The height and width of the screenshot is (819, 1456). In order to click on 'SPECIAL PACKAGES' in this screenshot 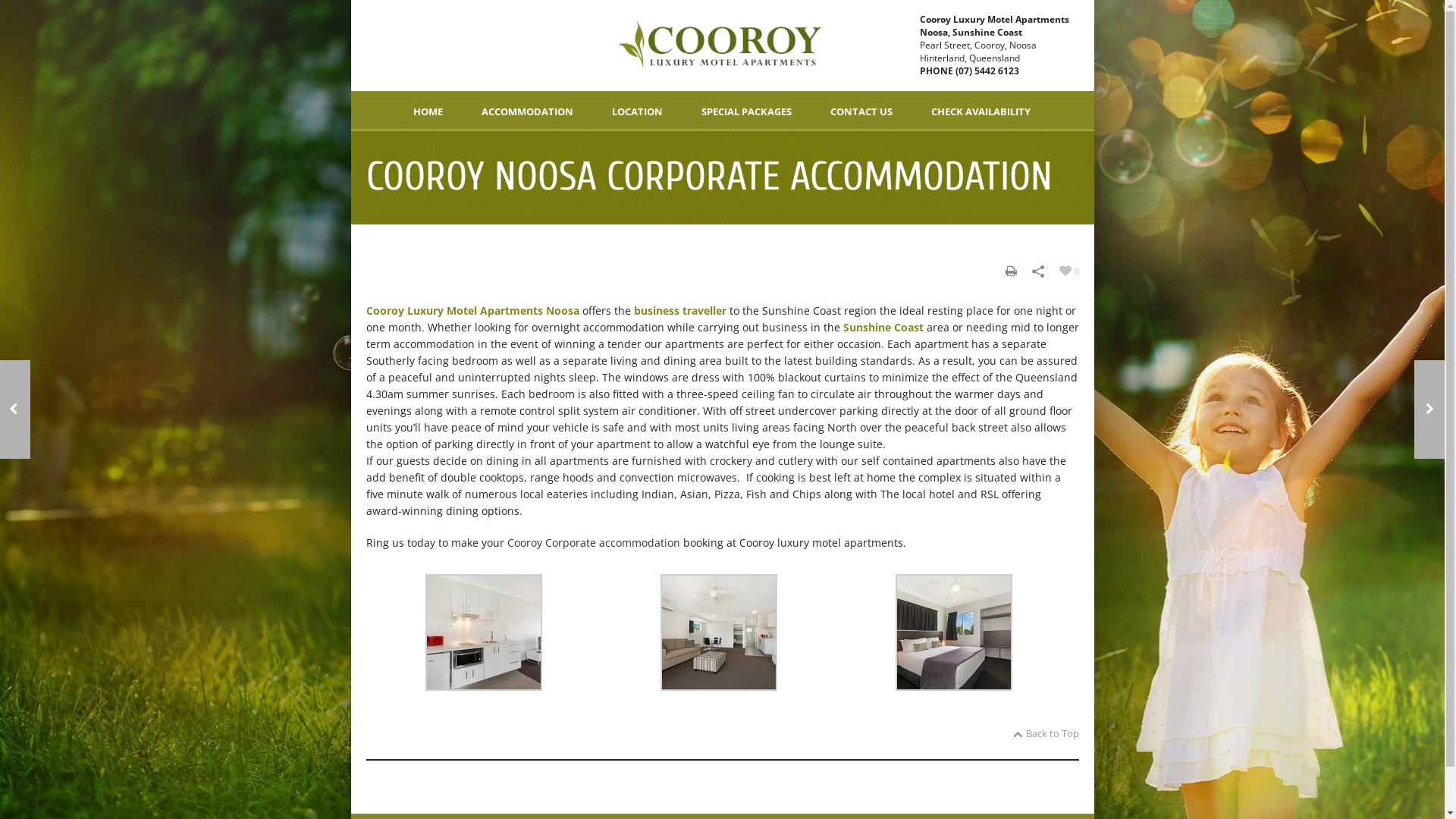, I will do `click(746, 110)`.